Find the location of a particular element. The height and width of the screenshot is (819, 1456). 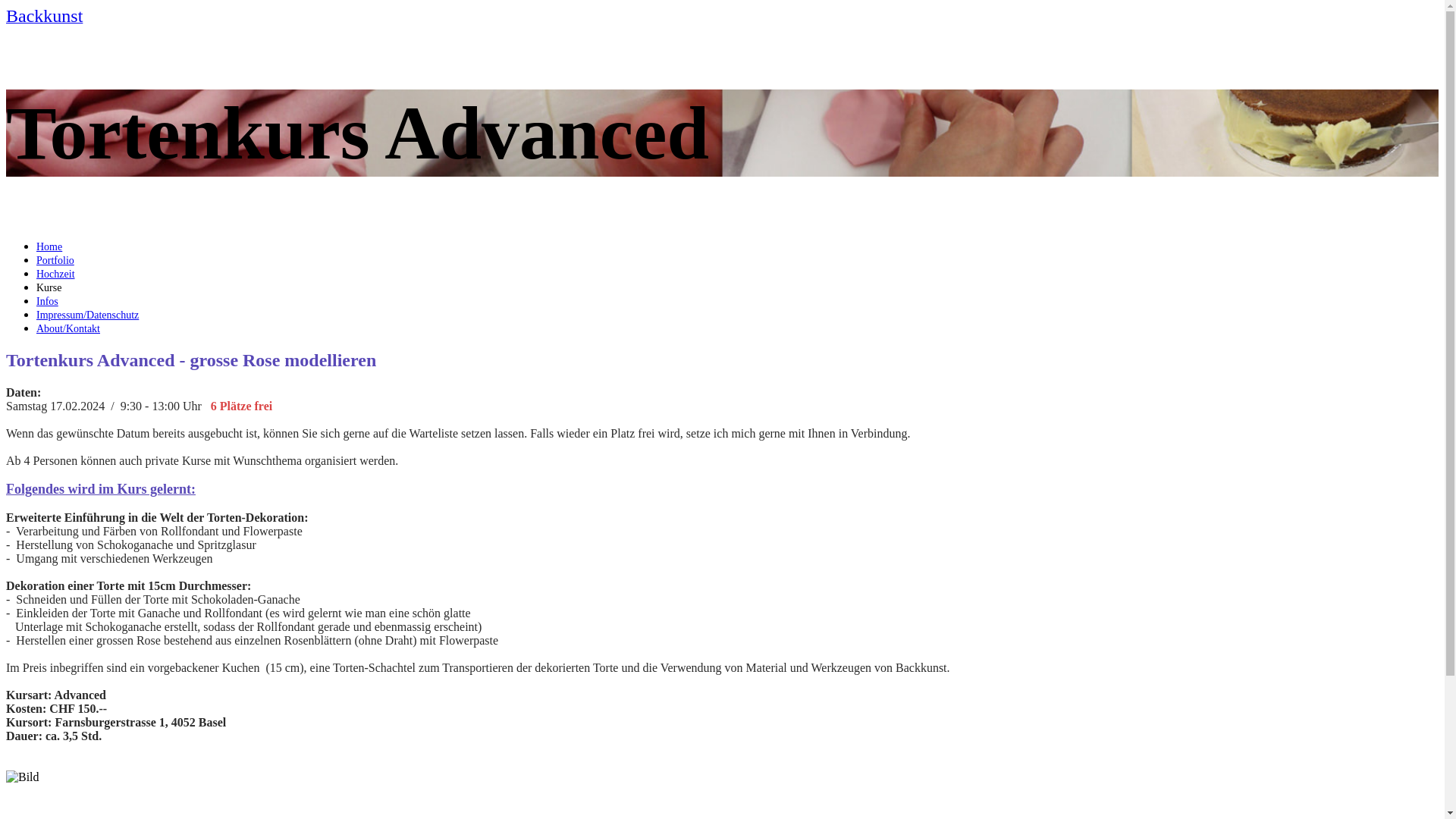

'Infos' is located at coordinates (47, 301).